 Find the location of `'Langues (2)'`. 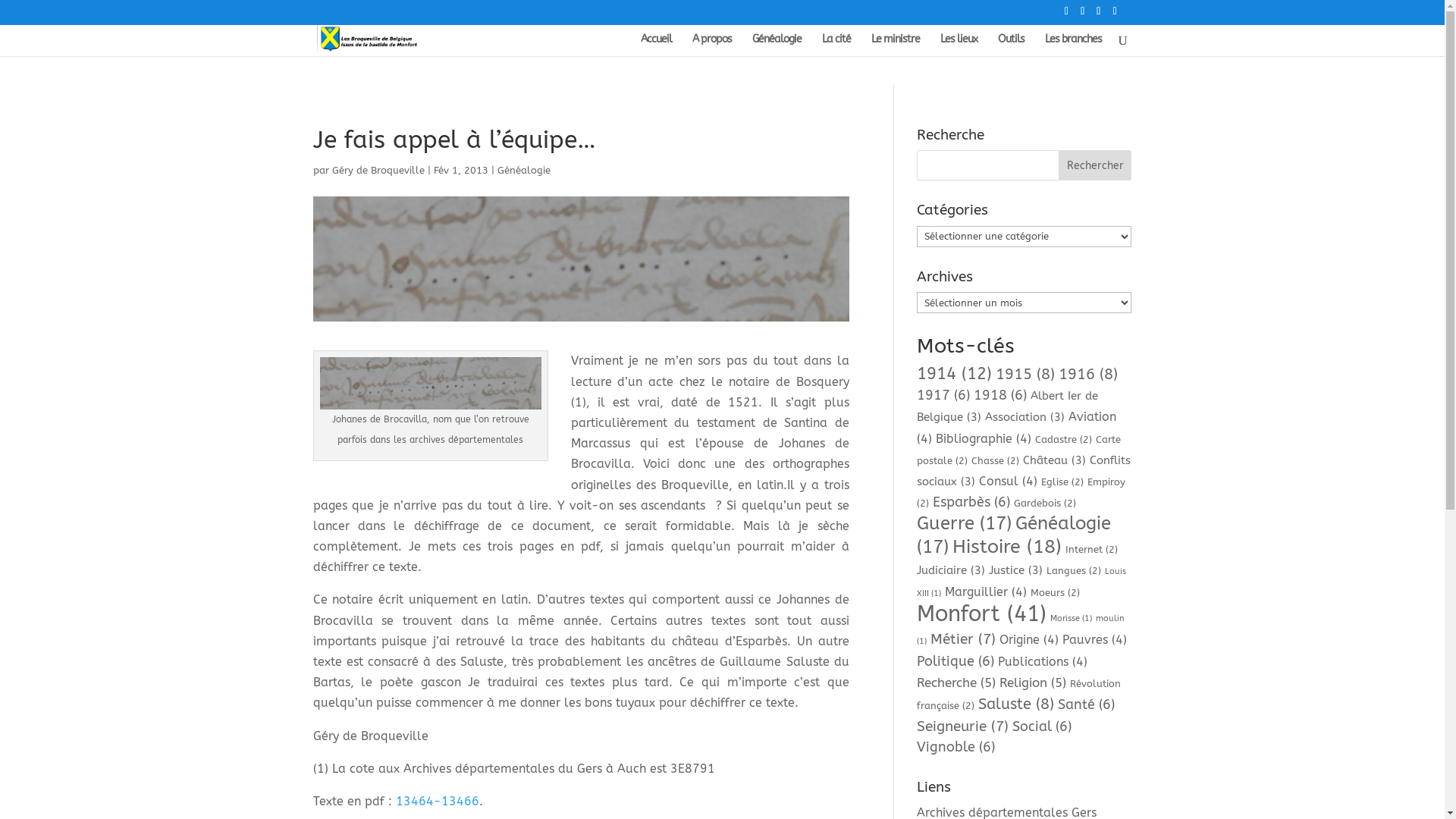

'Langues (2)' is located at coordinates (1073, 570).